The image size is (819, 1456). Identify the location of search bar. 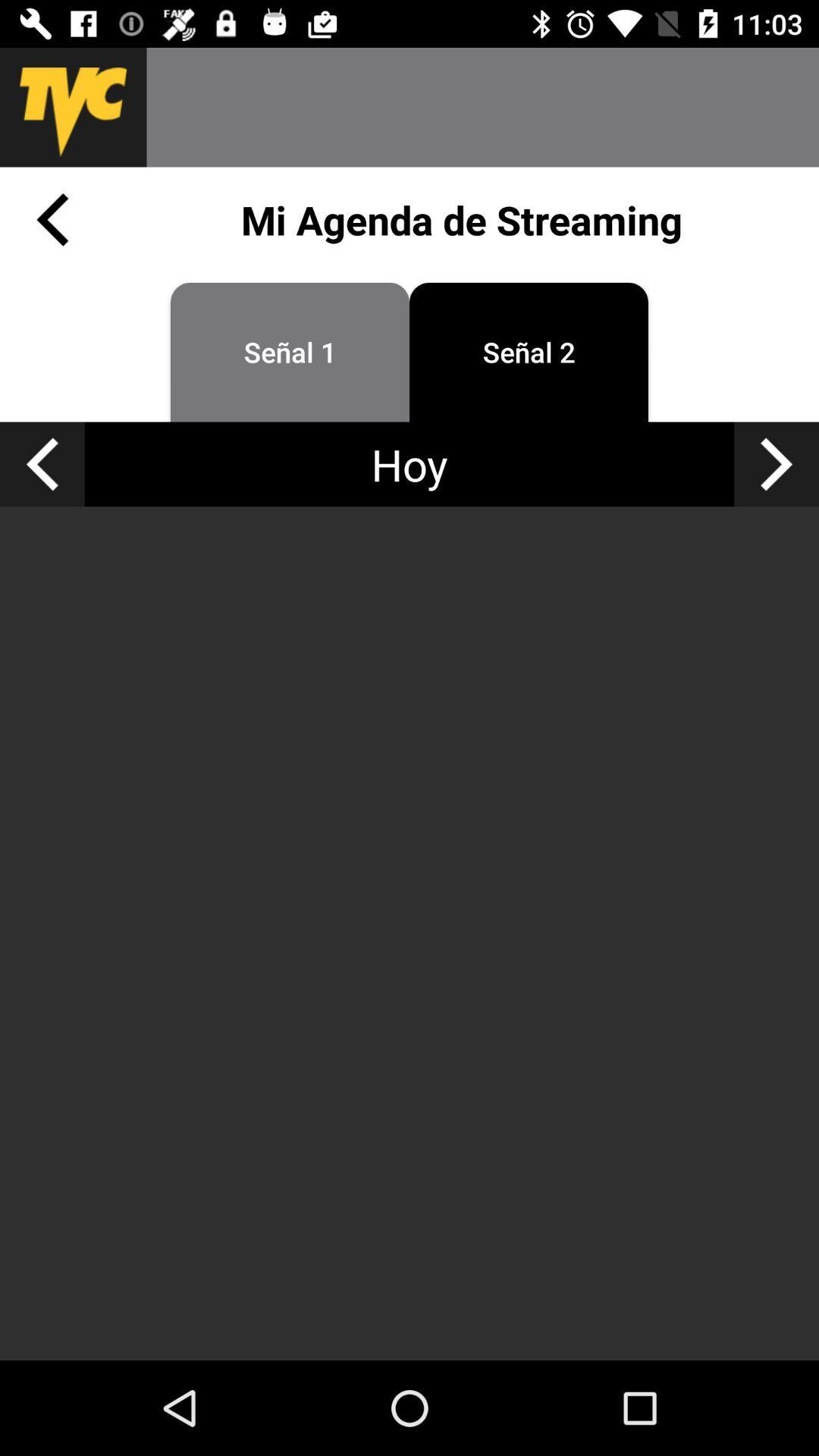
(482, 106).